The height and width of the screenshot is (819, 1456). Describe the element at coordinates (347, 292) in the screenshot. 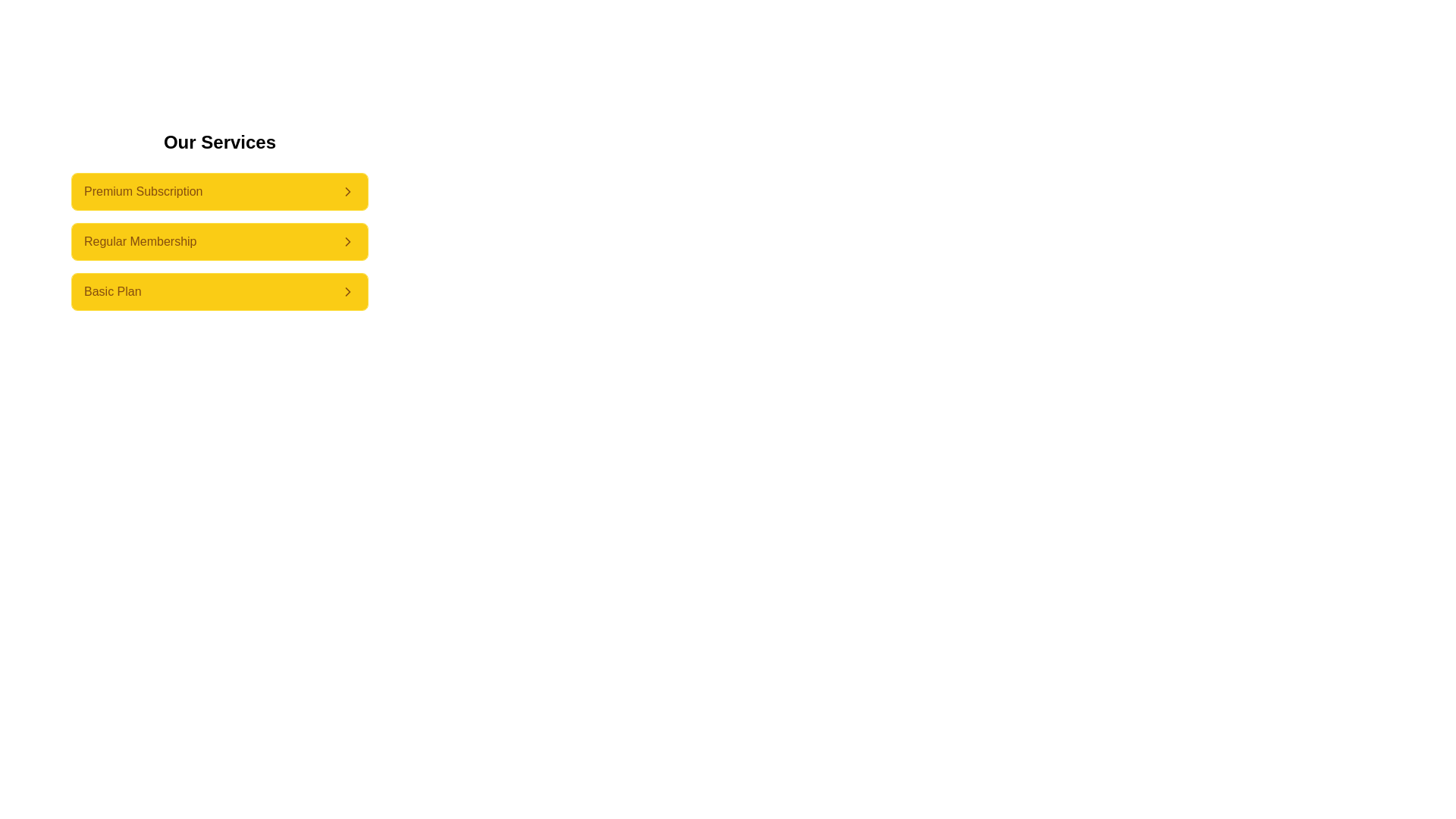

I see `the third and last chevron icon in the 'Basic Plan' option` at that location.